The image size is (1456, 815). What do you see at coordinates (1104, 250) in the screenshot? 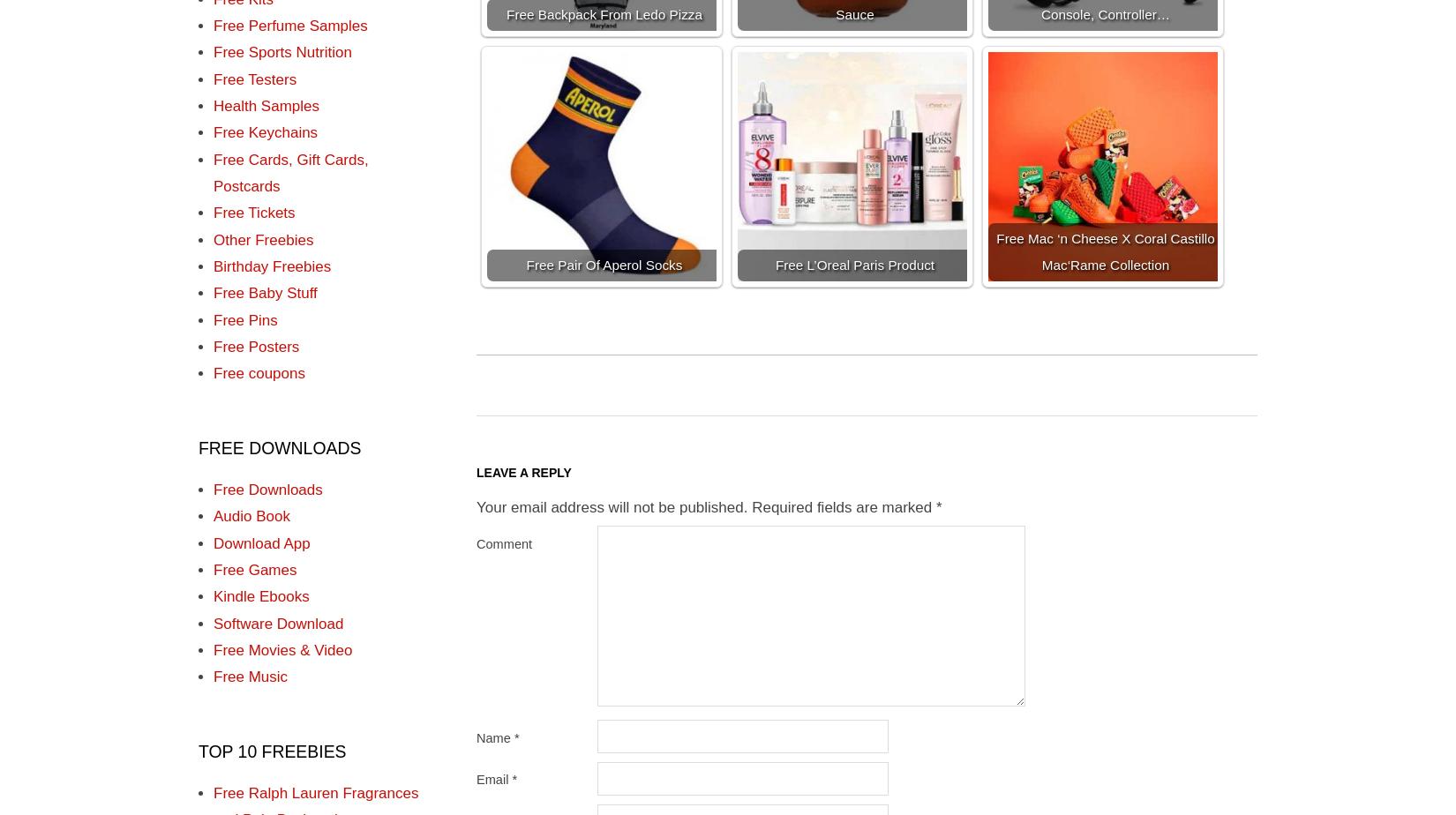
I see `'Free Mac ‘n Cheese X Coral Castillo Mac‘Rame Collection'` at bounding box center [1104, 250].